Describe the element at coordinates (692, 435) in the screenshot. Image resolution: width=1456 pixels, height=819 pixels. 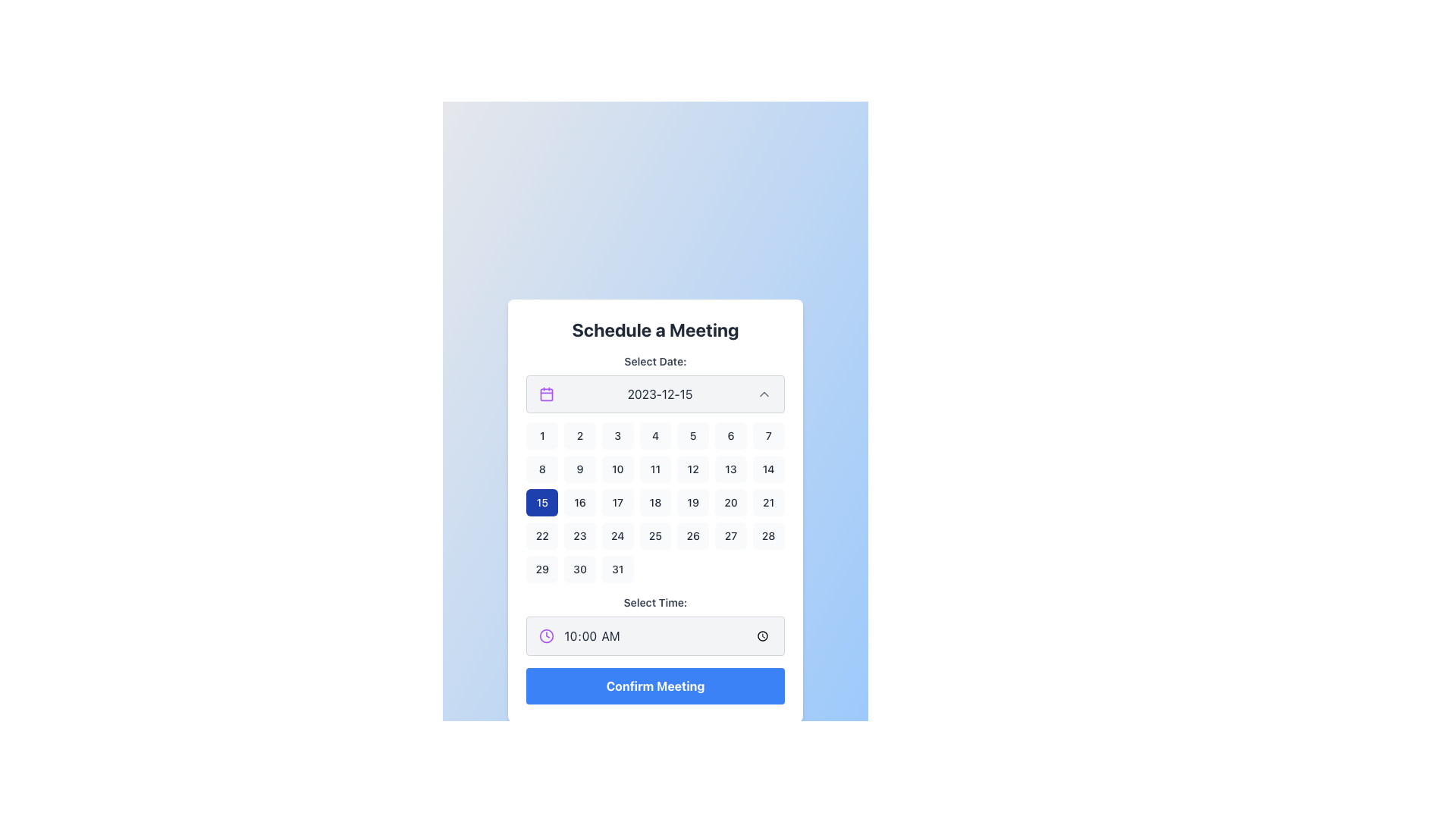
I see `the button displaying the number '5' in the top-right section of the central calendar interface` at that location.